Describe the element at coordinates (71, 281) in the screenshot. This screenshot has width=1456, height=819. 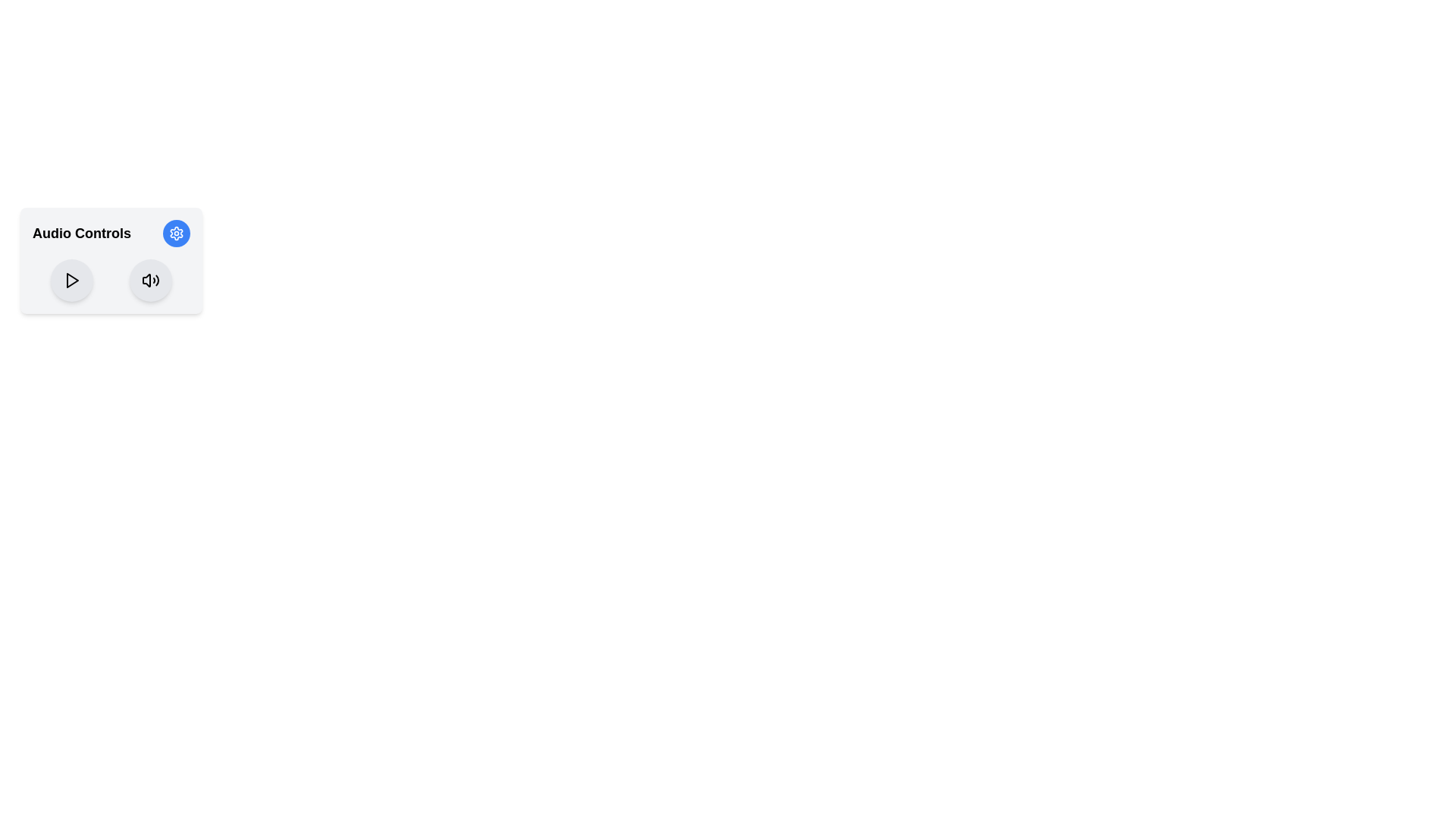
I see `the leftmost circular 'Play' button with a light gray background and a black triangular play icon in the 'Audio Controls' section` at that location.